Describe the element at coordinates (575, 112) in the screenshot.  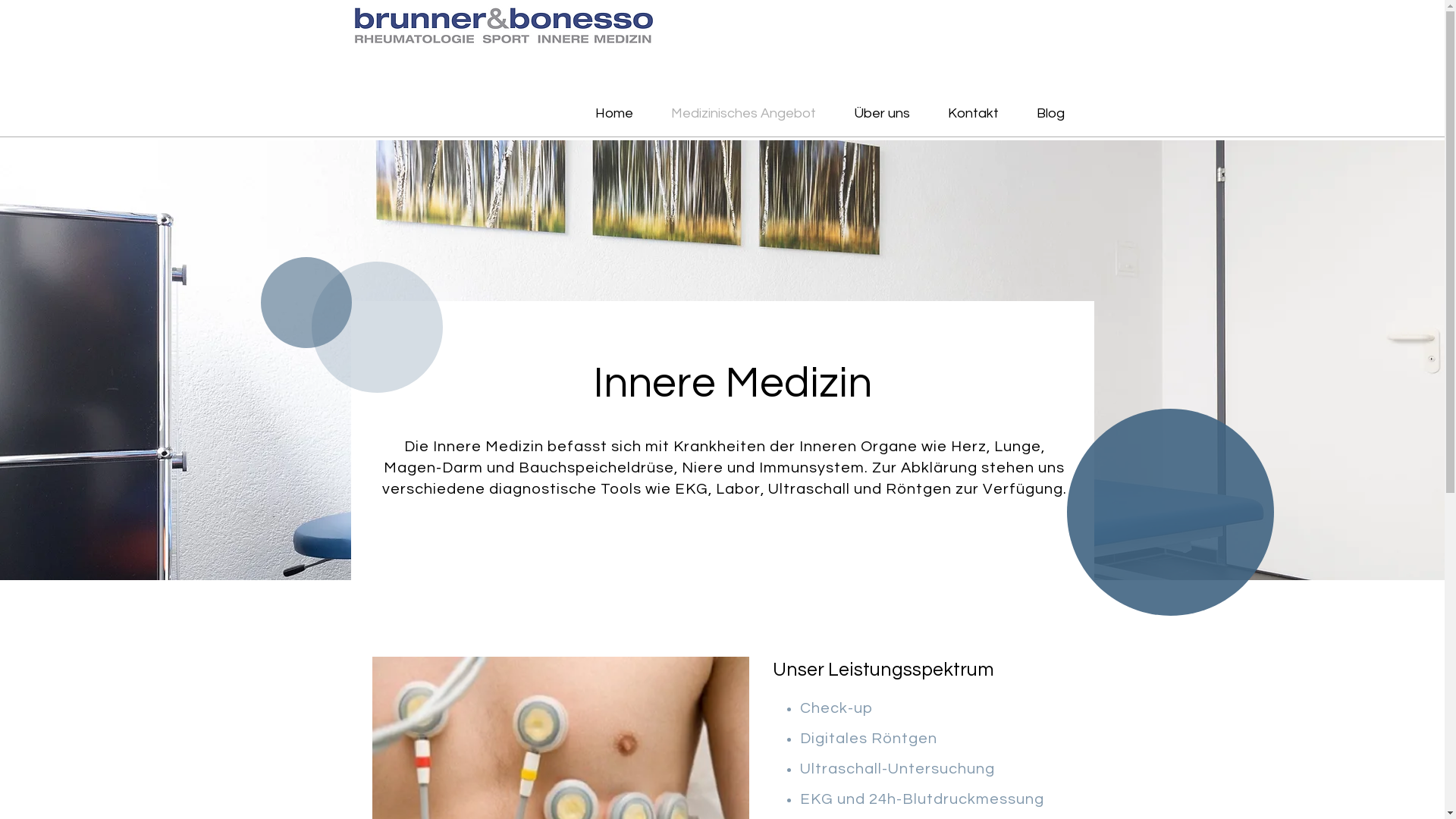
I see `'Home'` at that location.